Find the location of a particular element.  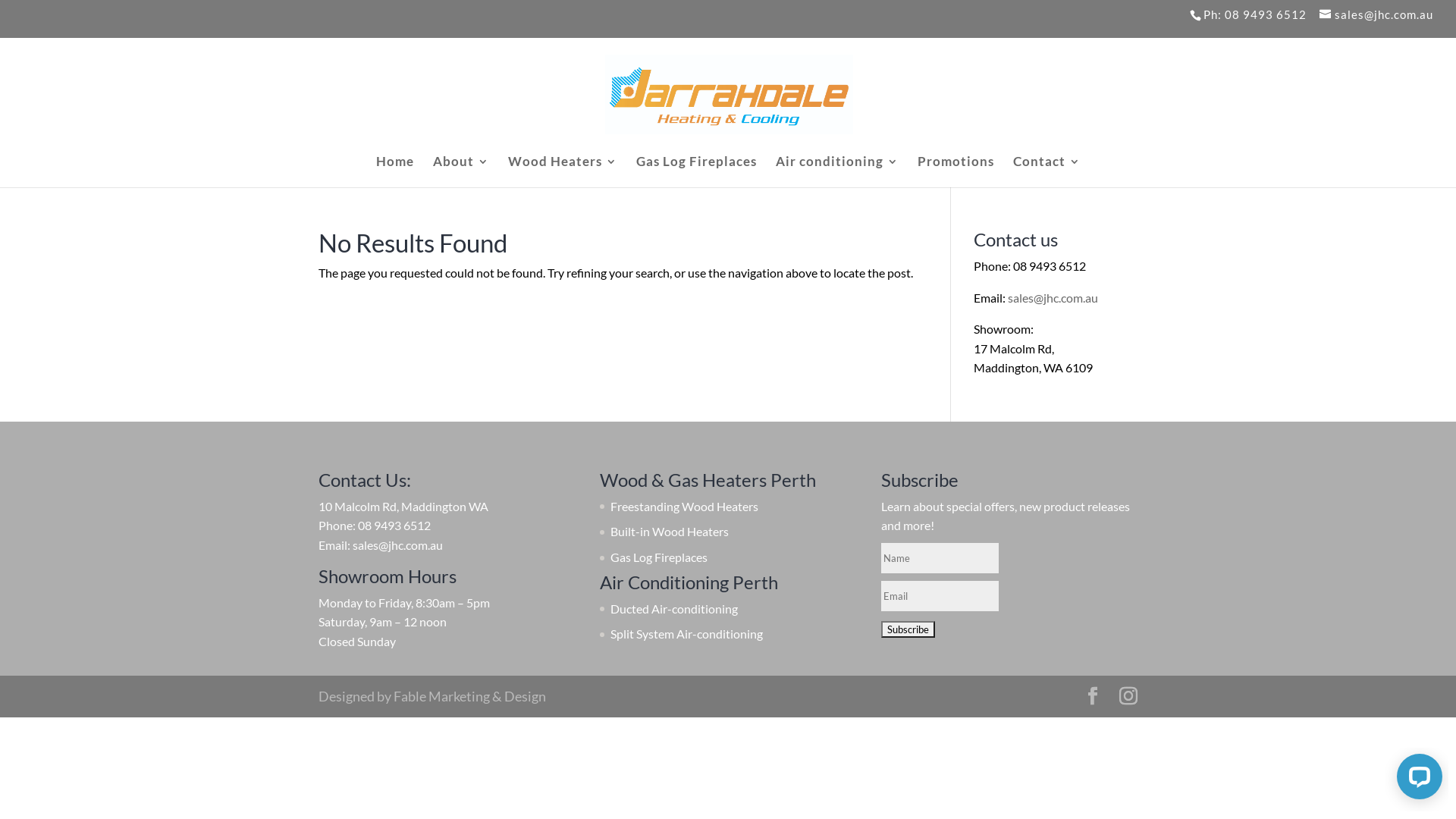

'Built-in Wood Heaters' is located at coordinates (669, 530).